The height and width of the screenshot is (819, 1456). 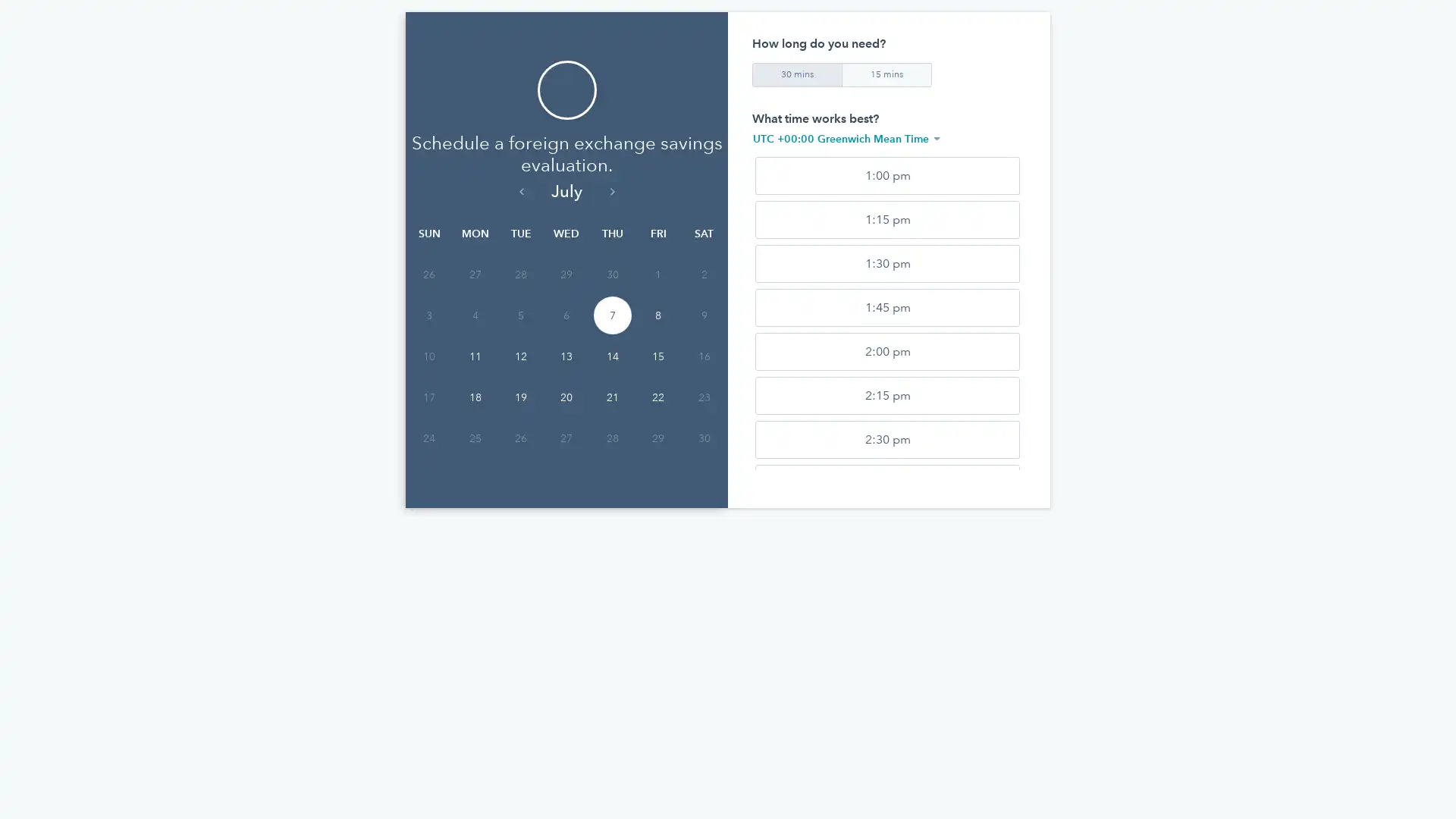 I want to click on July 24th, so click(x=428, y=438).